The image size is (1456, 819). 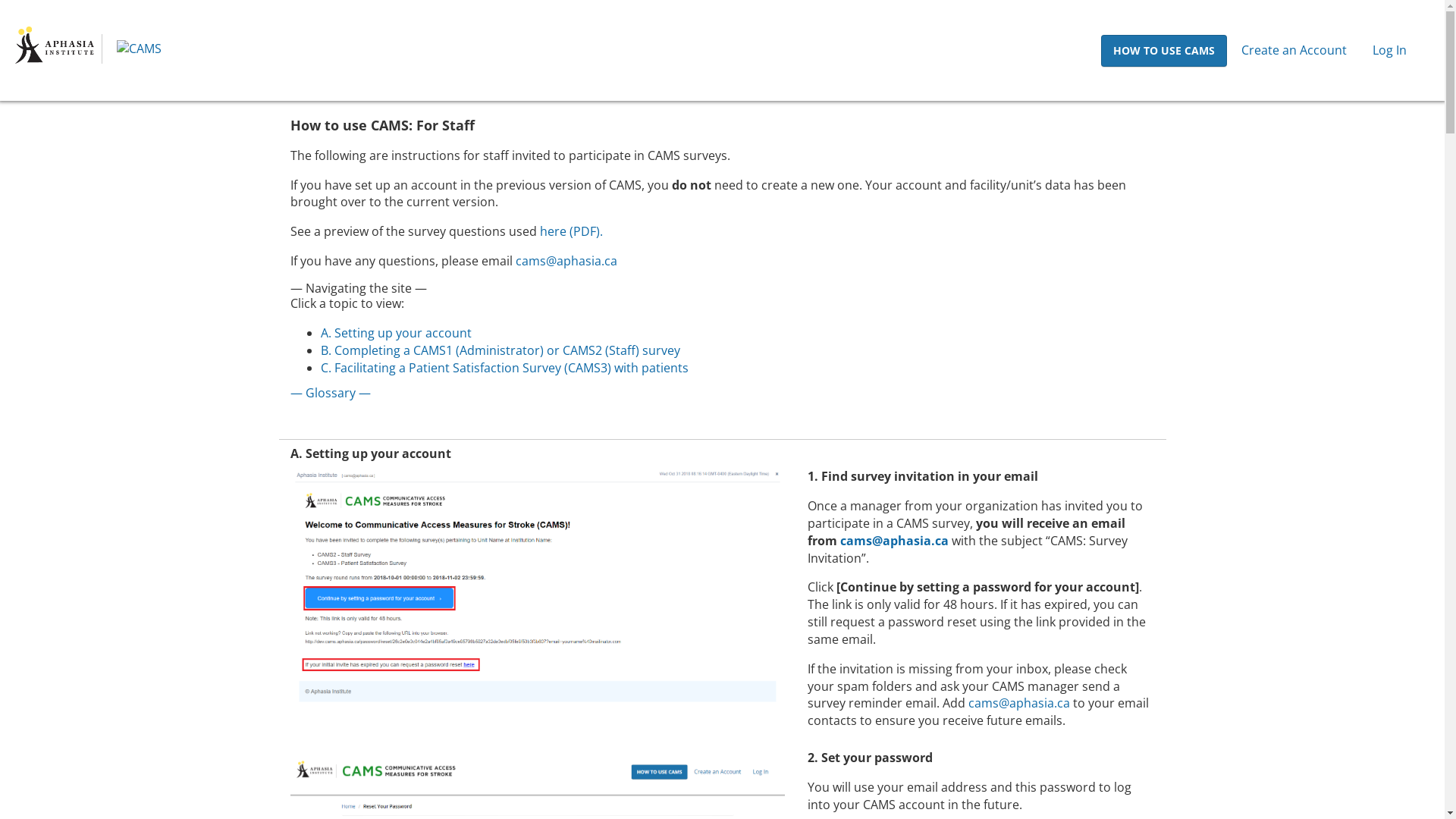 I want to click on 'HOW TO USE CAMS', so click(x=1163, y=49).